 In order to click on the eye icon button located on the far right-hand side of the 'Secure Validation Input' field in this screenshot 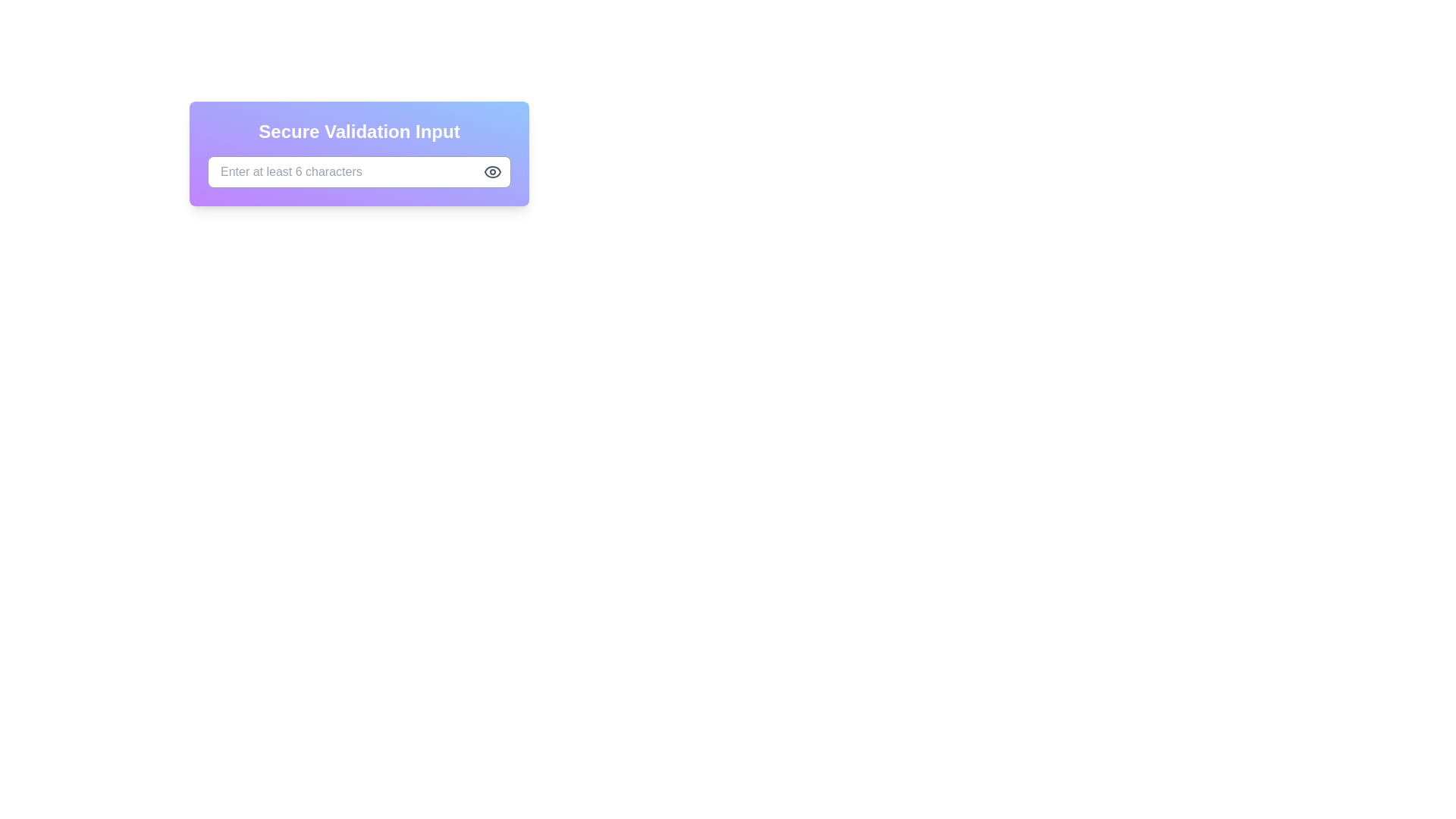, I will do `click(492, 171)`.